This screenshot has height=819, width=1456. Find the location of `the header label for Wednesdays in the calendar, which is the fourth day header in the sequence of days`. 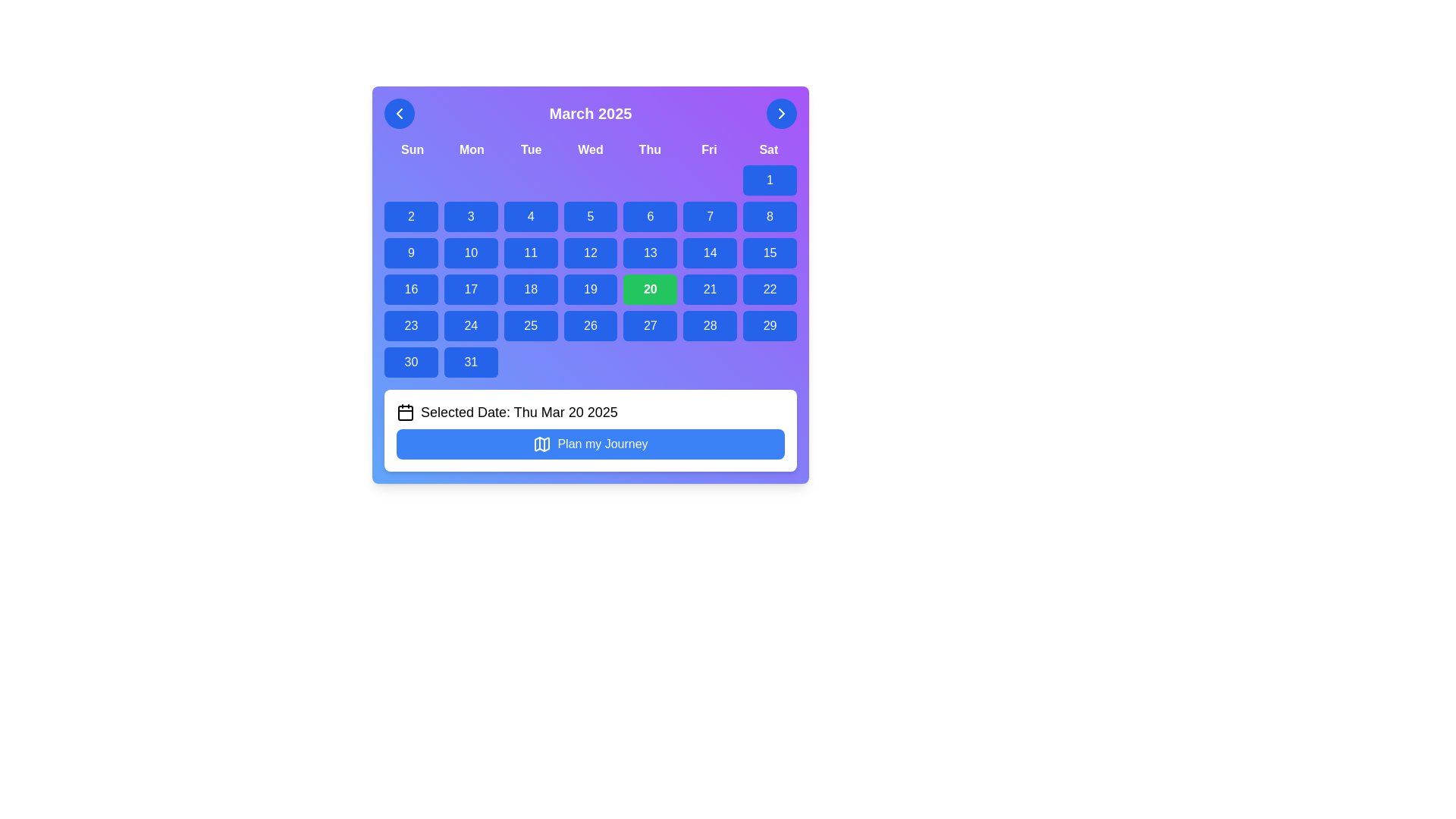

the header label for Wednesdays in the calendar, which is the fourth day header in the sequence of days is located at coordinates (589, 149).